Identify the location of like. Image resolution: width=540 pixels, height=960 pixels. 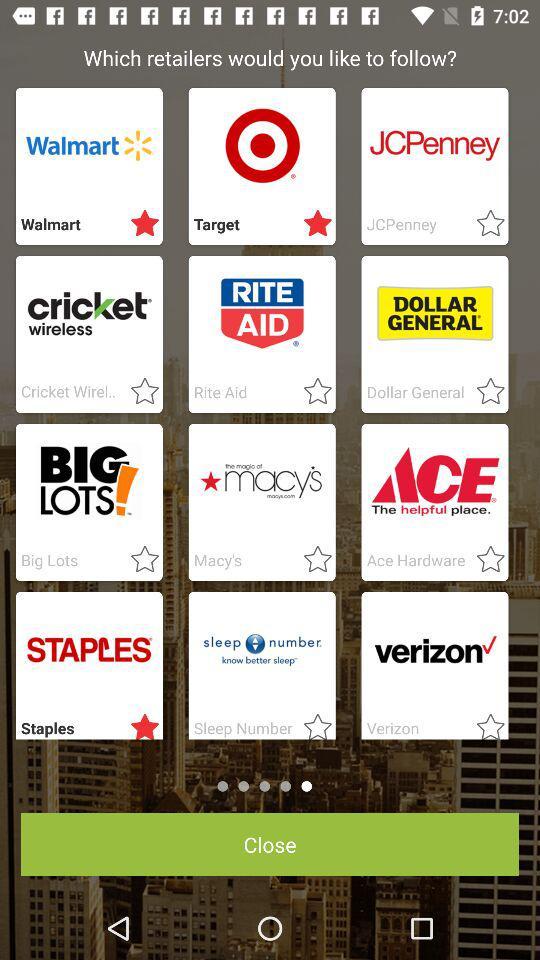
(138, 560).